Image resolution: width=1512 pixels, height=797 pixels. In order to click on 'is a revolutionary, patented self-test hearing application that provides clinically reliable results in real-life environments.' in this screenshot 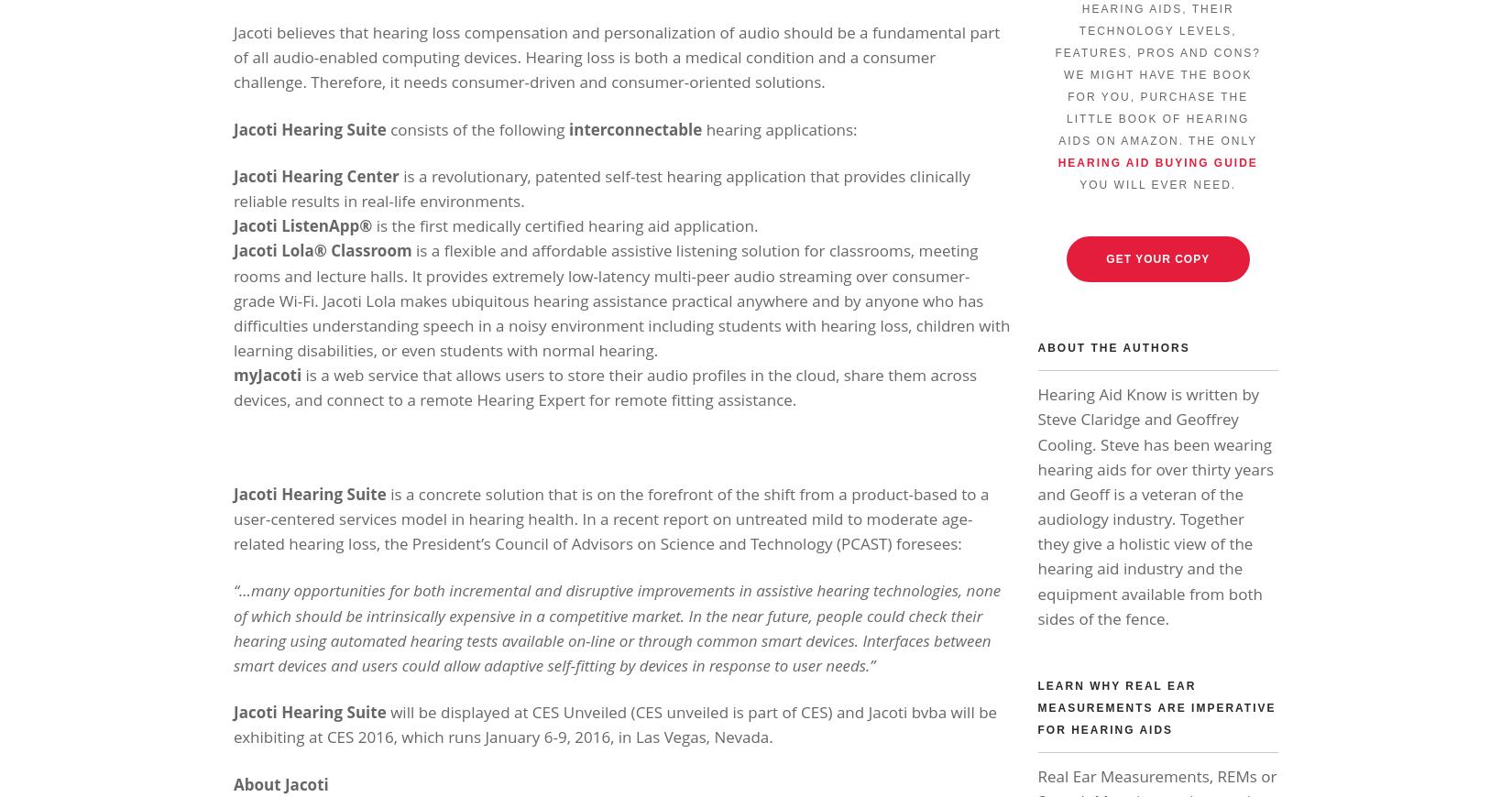, I will do `click(600, 186)`.